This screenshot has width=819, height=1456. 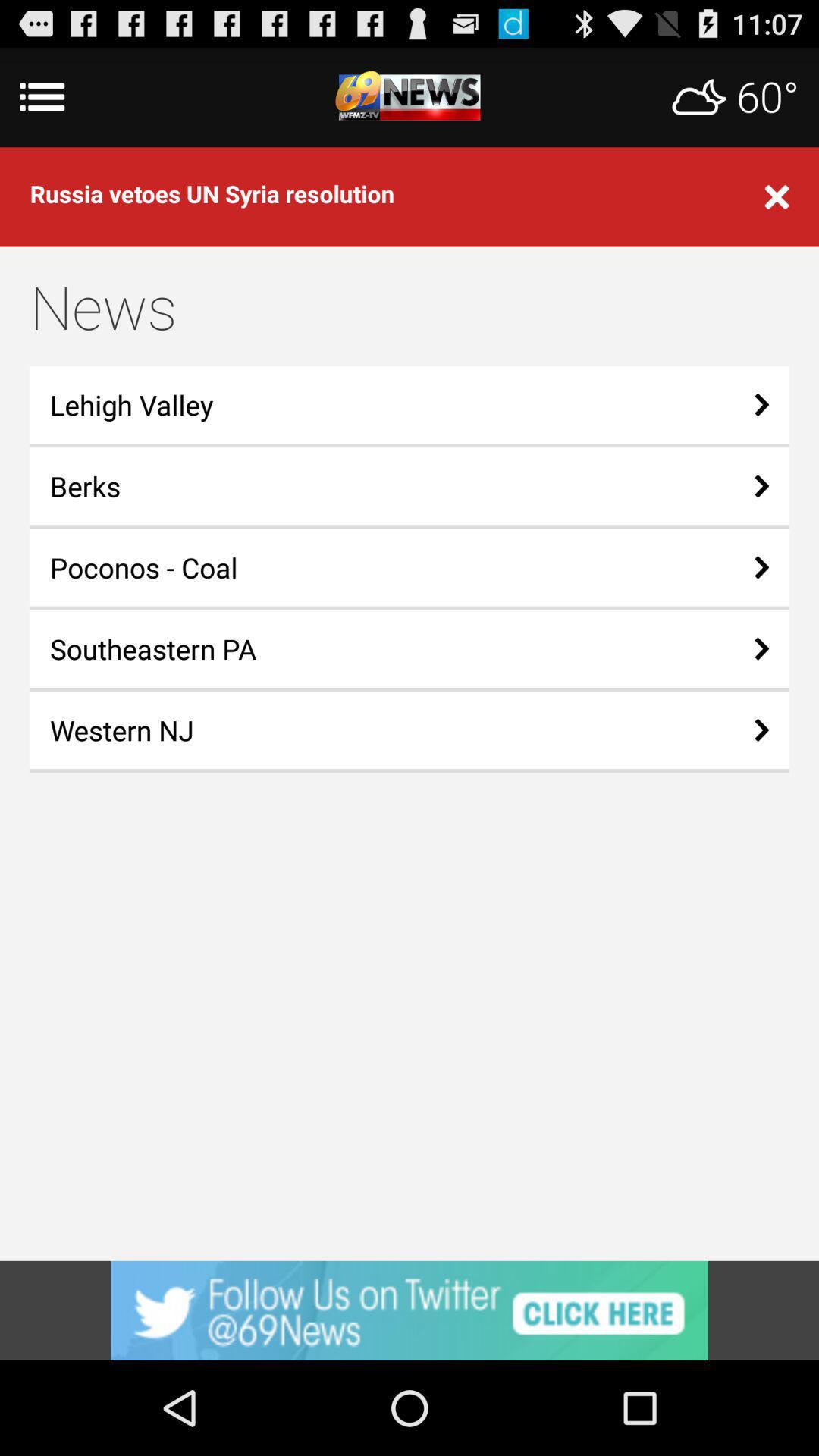 What do you see at coordinates (409, 1310) in the screenshot?
I see `advertisement button` at bounding box center [409, 1310].